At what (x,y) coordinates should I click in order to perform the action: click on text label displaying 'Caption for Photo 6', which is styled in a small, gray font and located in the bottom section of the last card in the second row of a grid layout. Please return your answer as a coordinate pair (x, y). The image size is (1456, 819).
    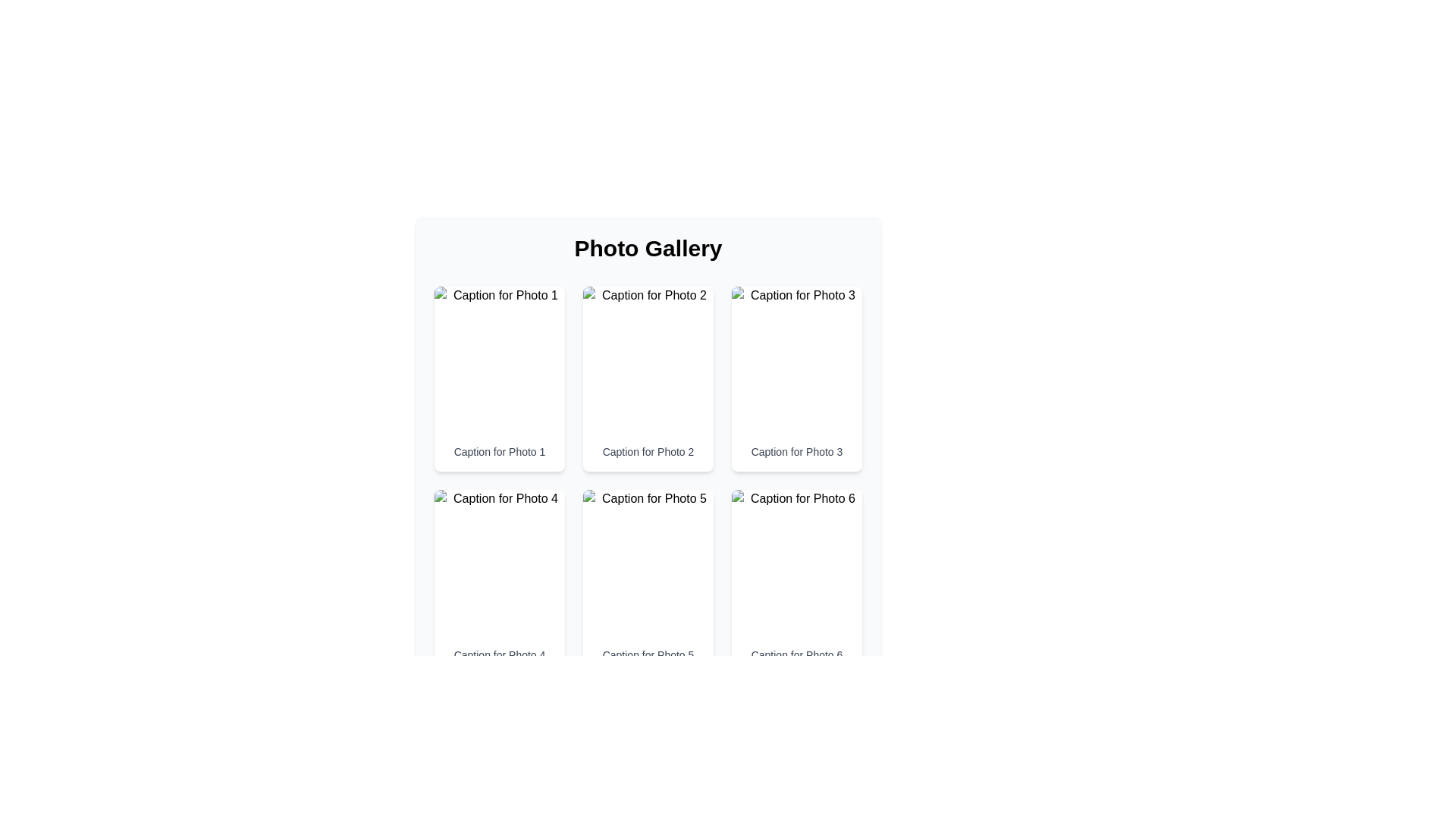
    Looking at the image, I should click on (796, 654).